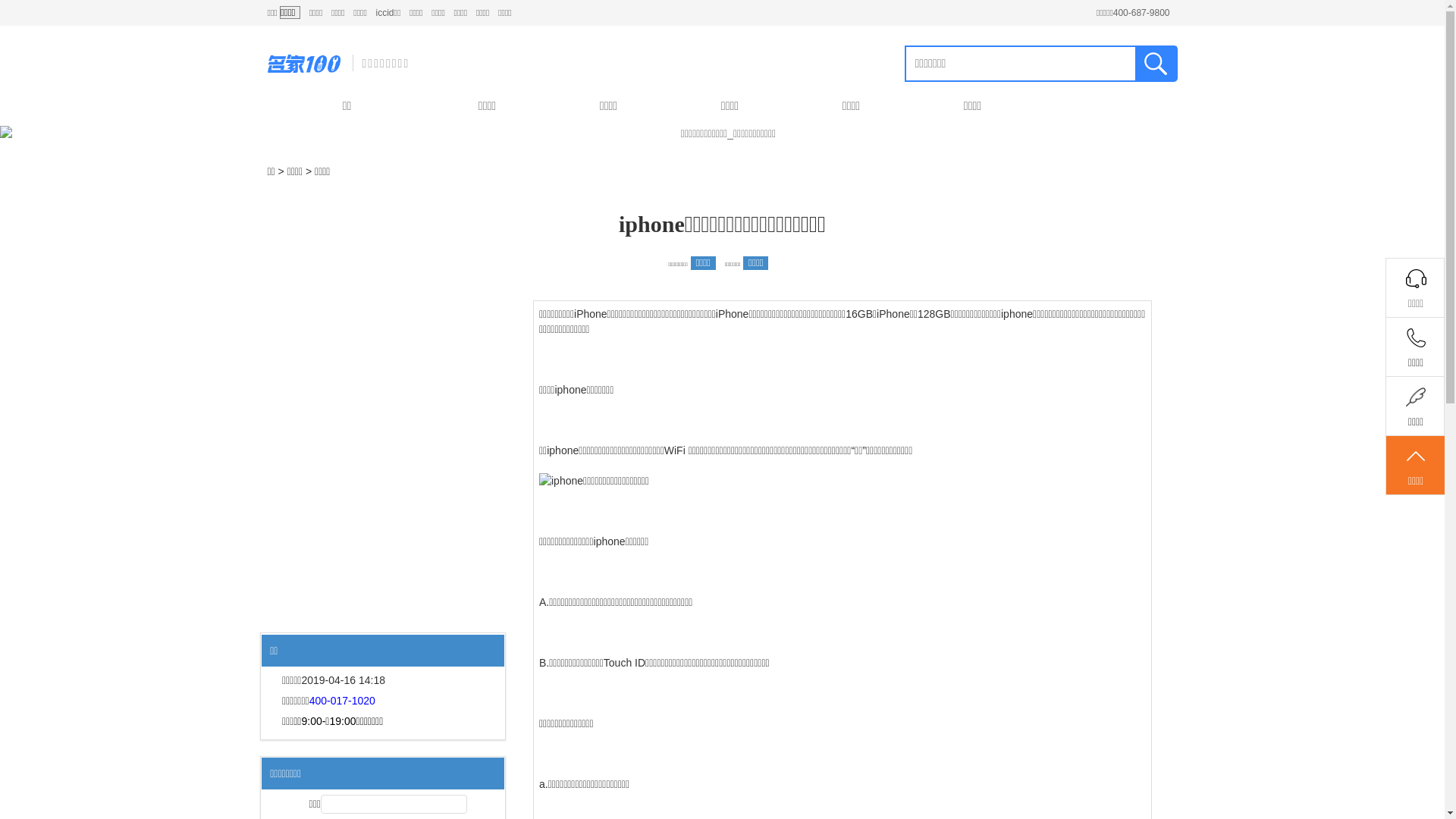 This screenshot has height=819, width=1456. I want to click on '400-017-1020', so click(341, 701).